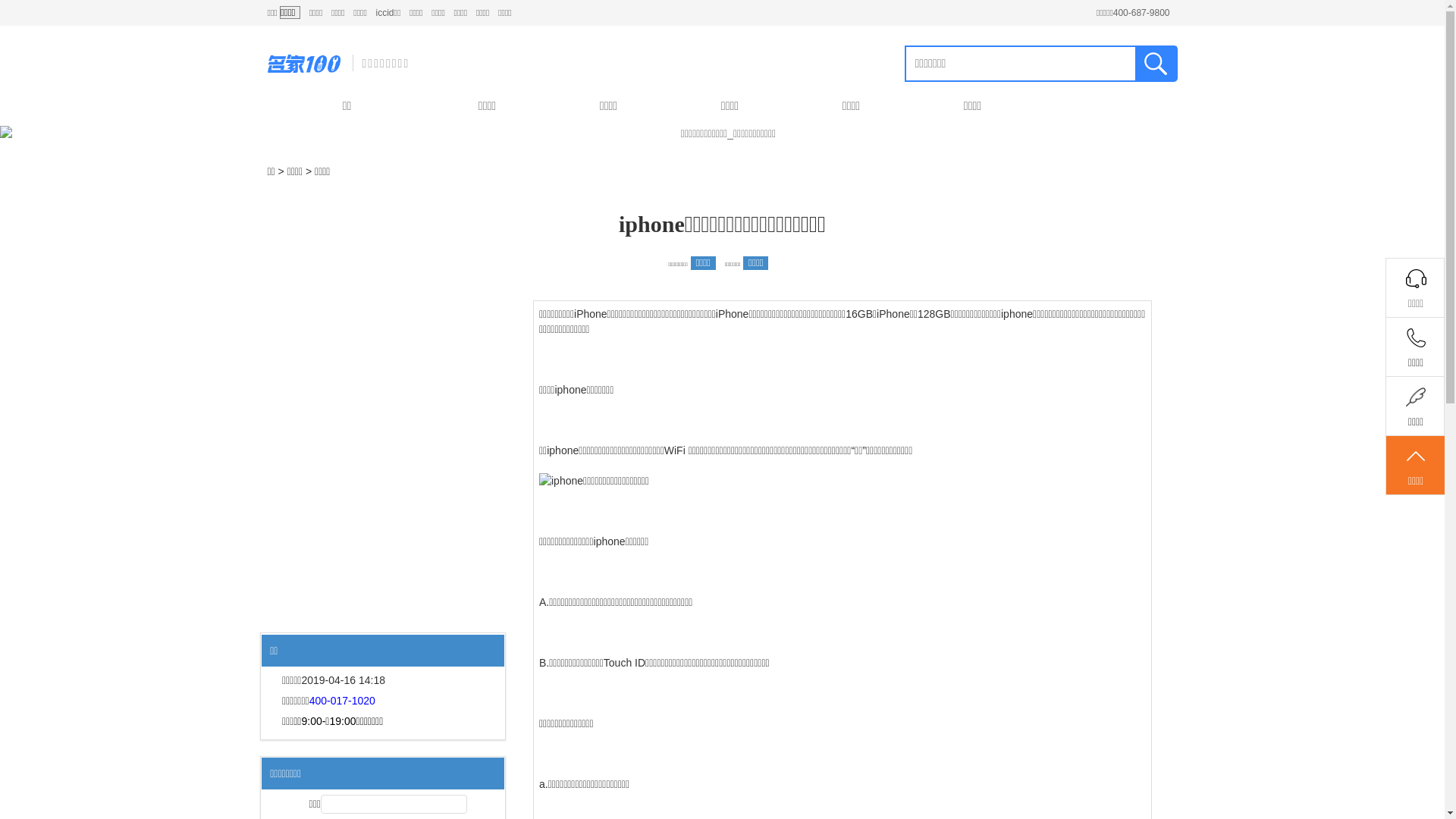 This screenshot has height=819, width=1456. I want to click on '400-017-1020', so click(341, 701).